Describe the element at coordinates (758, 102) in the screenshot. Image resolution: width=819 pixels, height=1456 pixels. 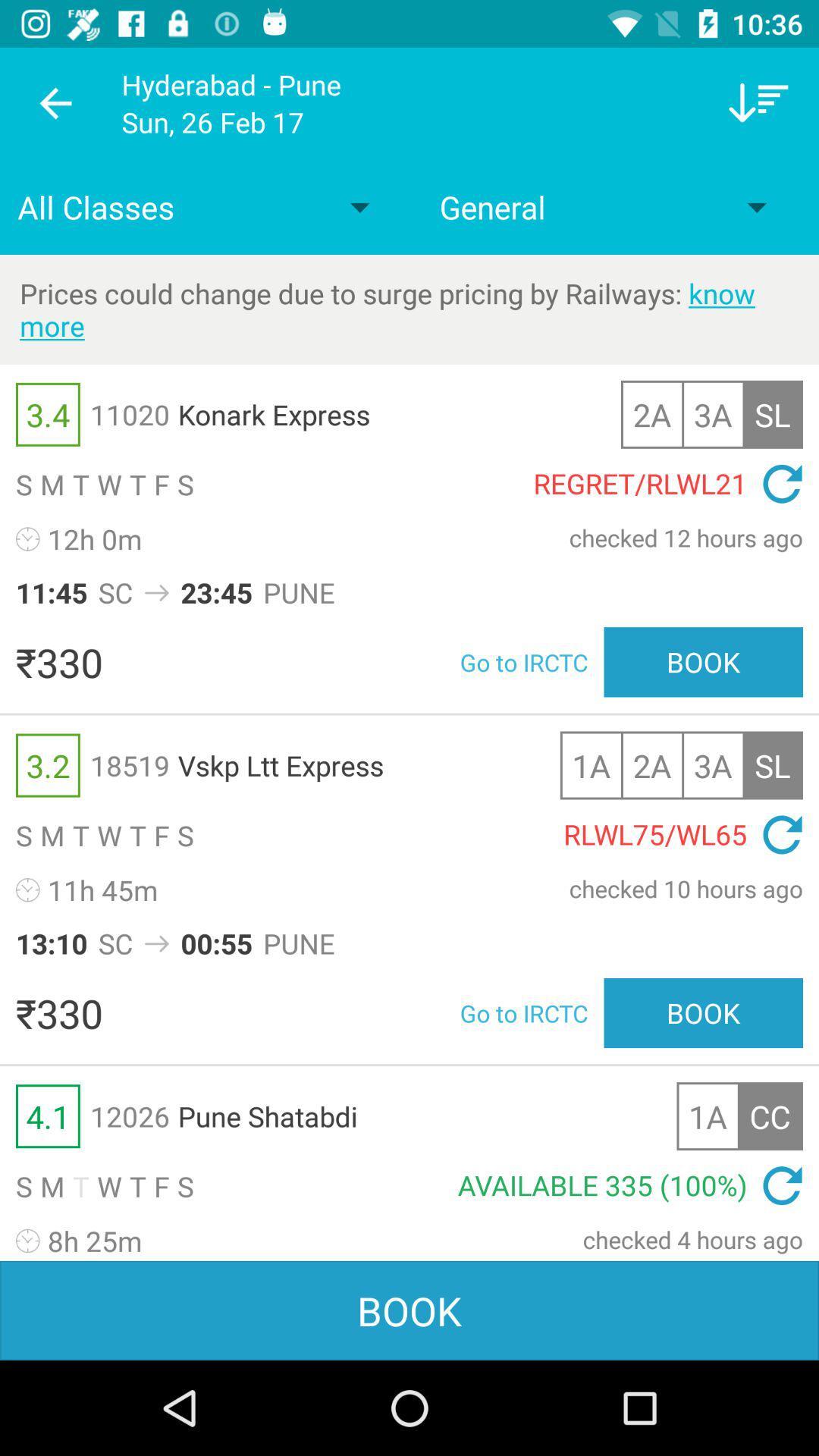
I see `change filters` at that location.